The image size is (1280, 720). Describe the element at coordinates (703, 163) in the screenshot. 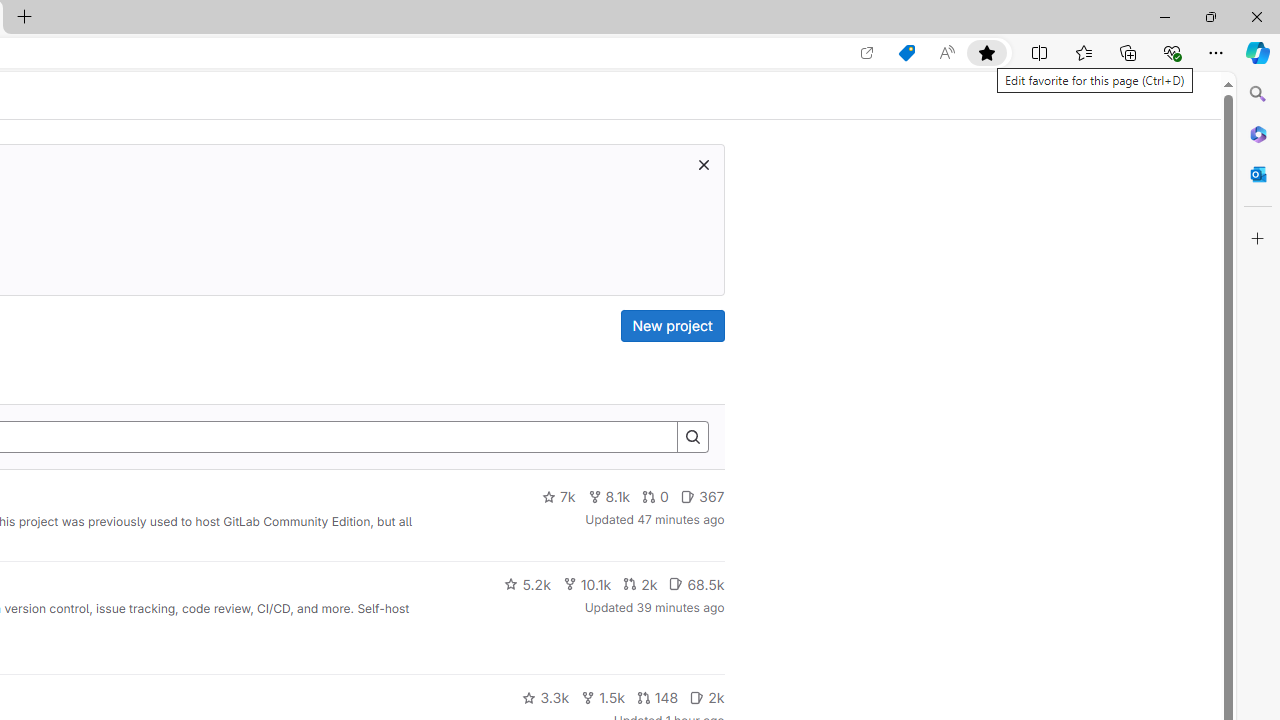

I see `'Dismiss trial promotion'` at that location.